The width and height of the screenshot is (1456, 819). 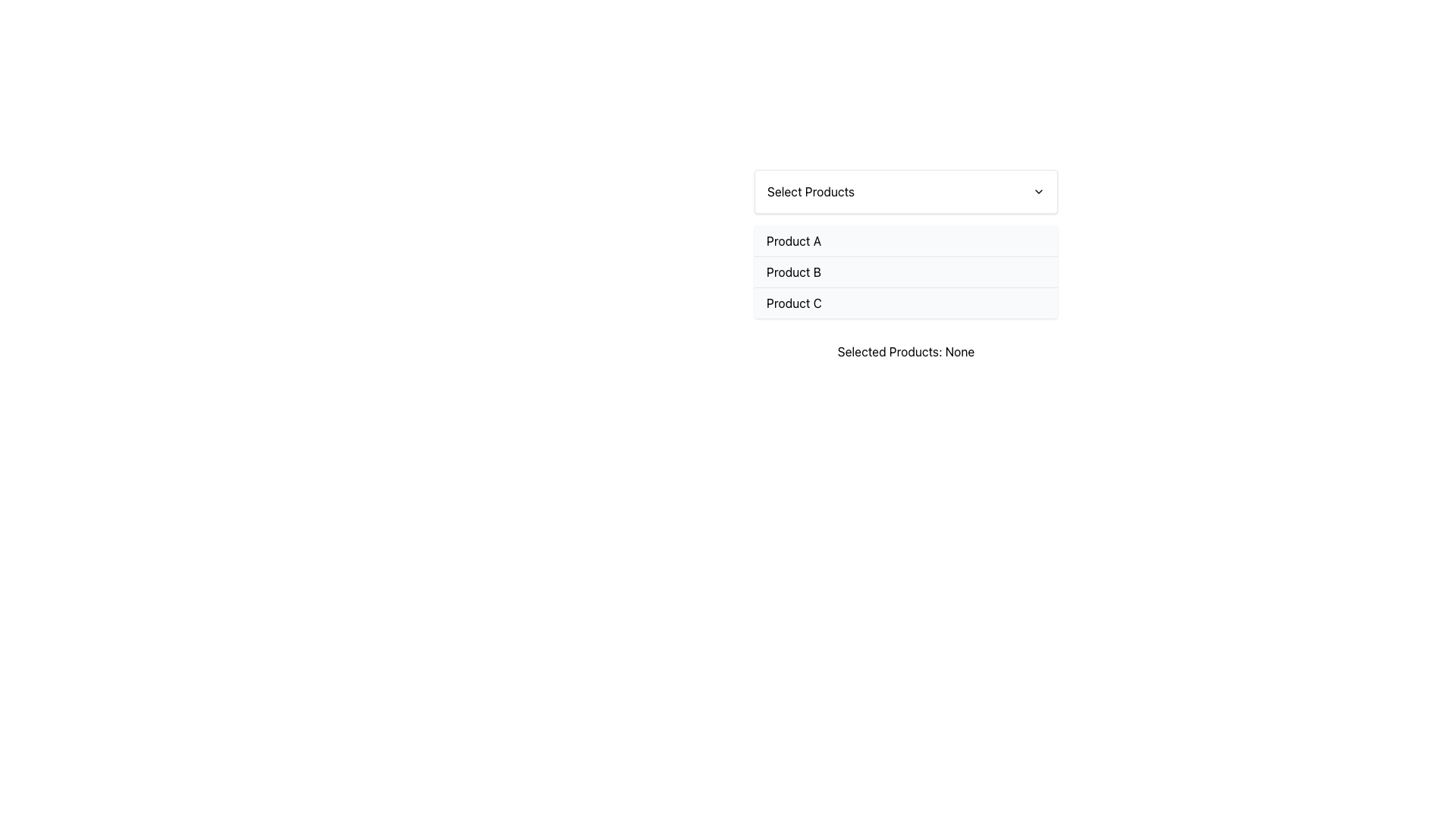 I want to click on the text label displaying 'Product A', so click(x=792, y=240).